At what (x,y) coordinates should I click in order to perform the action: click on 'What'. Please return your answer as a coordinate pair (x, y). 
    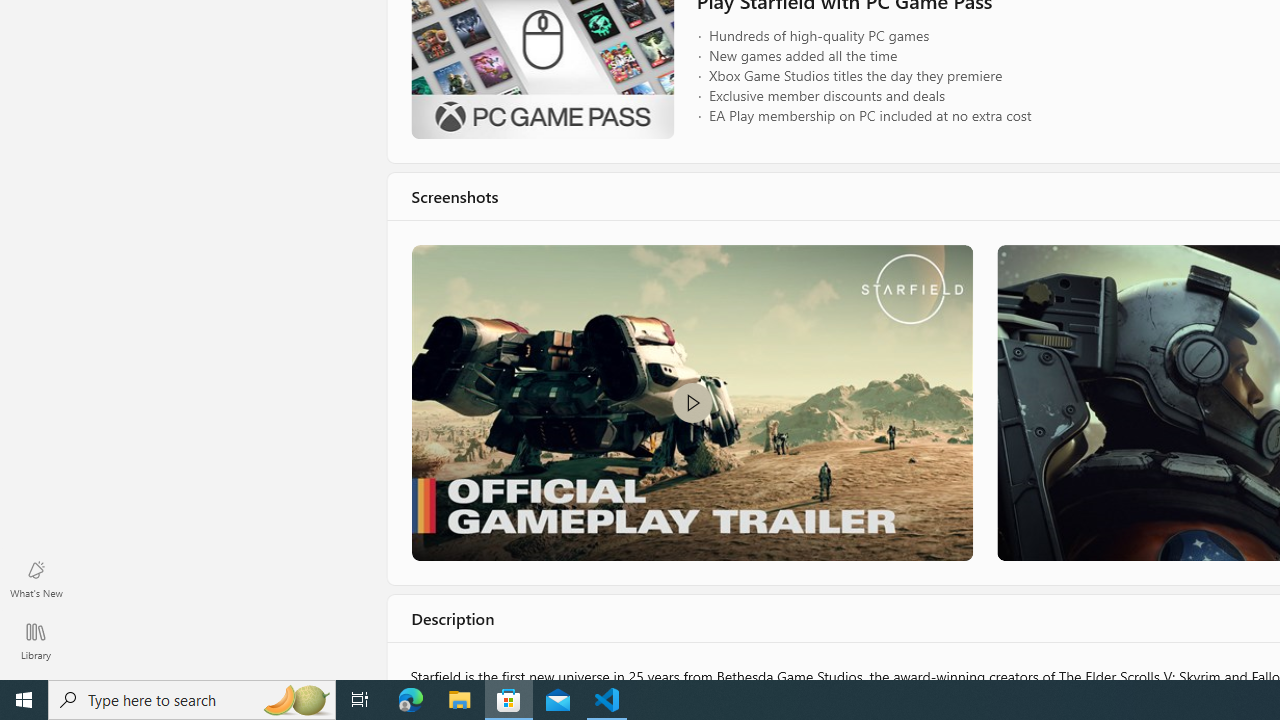
    Looking at the image, I should click on (35, 578).